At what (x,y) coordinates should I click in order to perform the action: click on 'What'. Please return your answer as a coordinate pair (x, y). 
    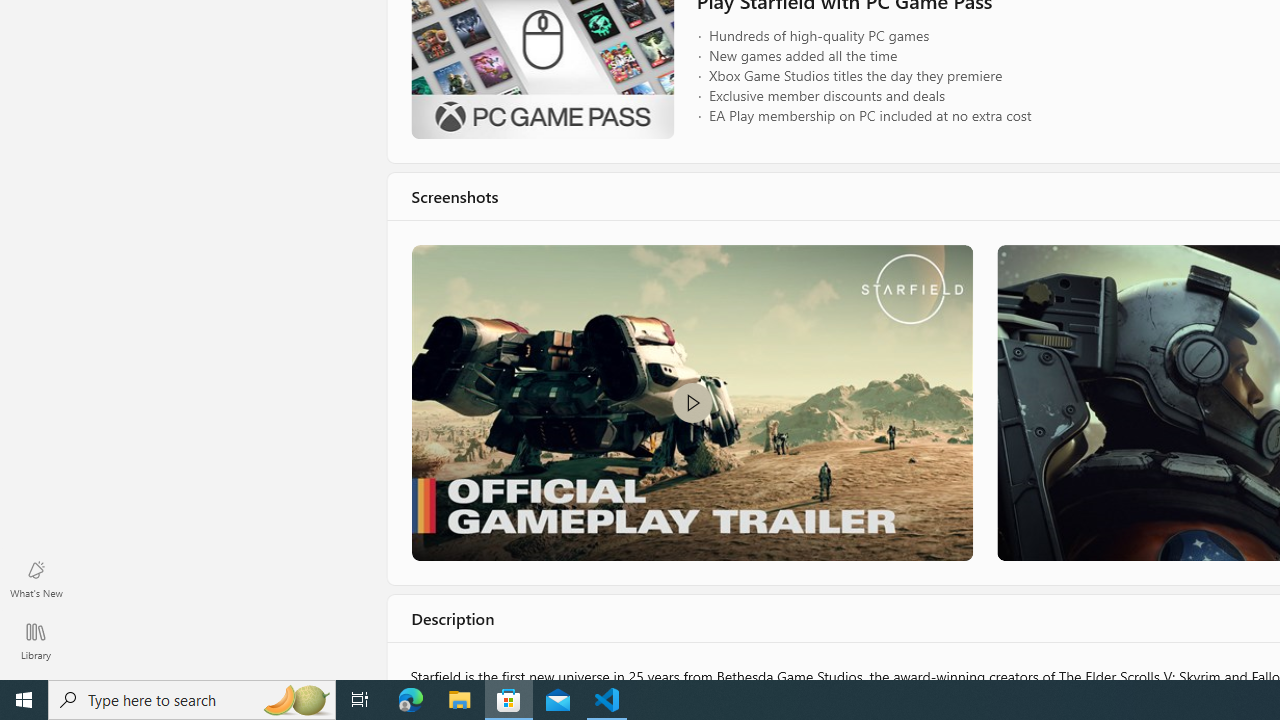
    Looking at the image, I should click on (35, 578).